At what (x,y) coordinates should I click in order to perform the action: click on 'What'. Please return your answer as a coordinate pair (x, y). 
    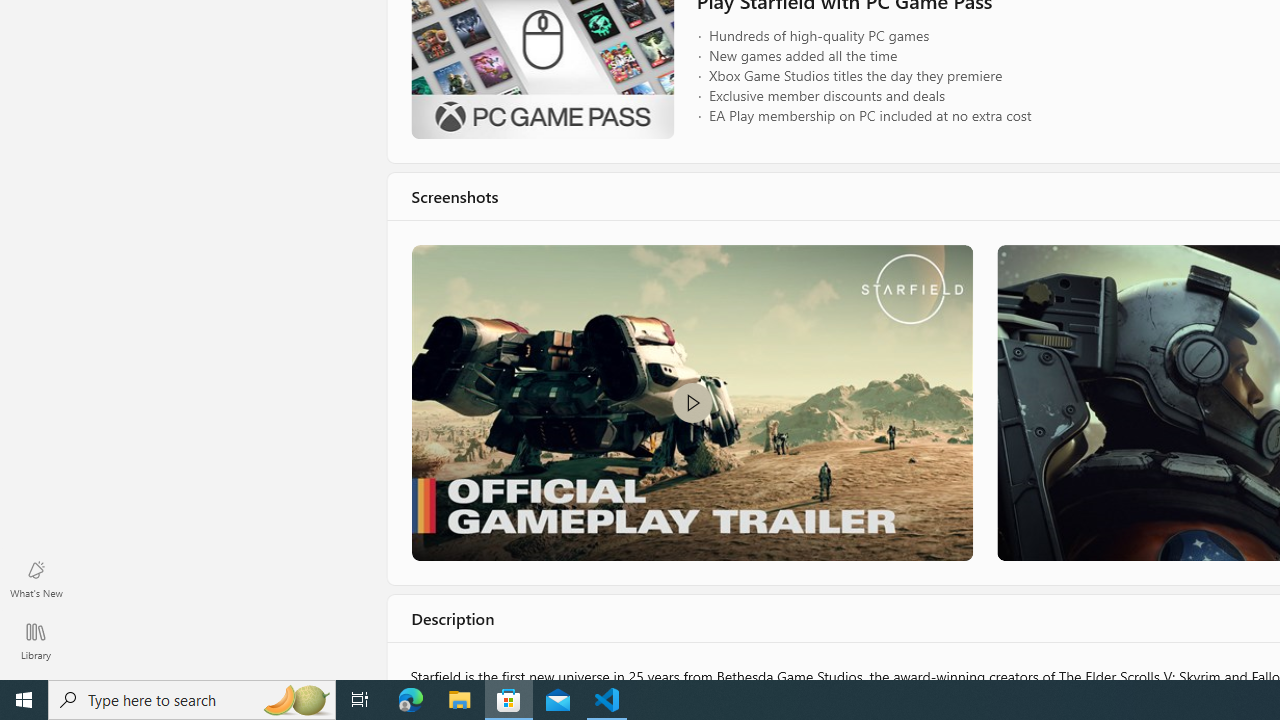
    Looking at the image, I should click on (35, 578).